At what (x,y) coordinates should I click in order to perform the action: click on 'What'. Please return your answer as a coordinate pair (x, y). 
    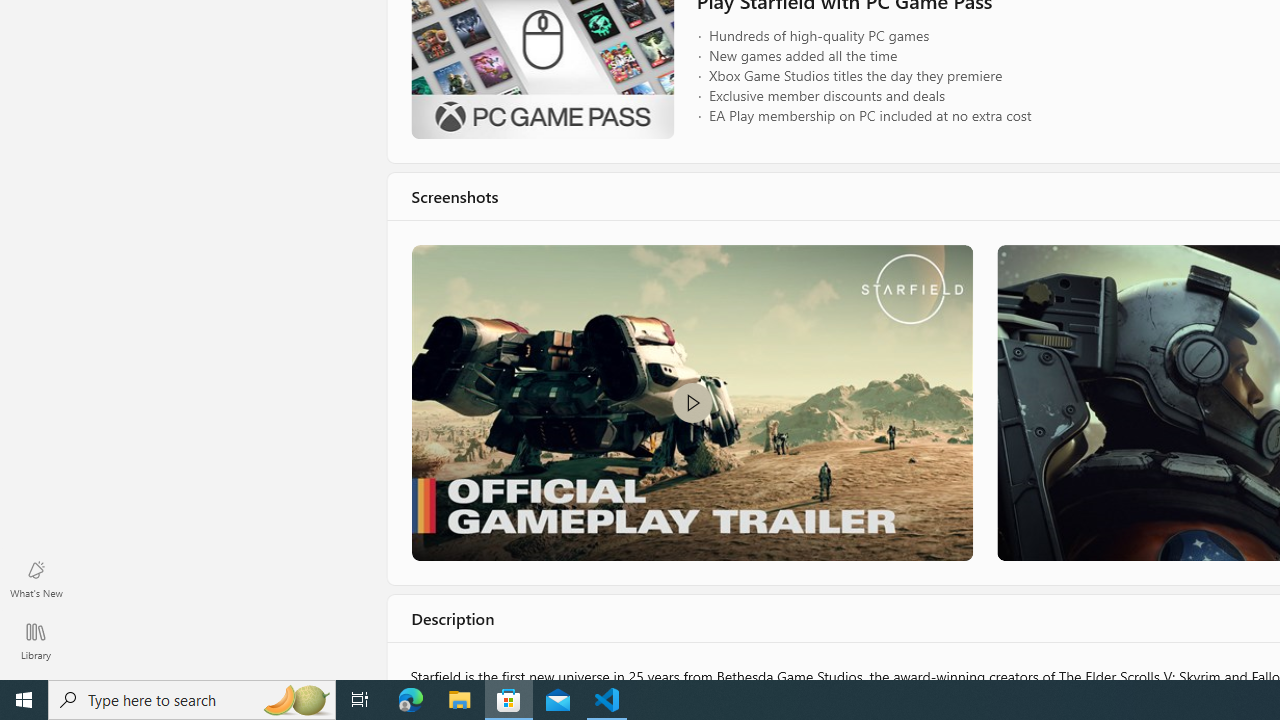
    Looking at the image, I should click on (35, 578).